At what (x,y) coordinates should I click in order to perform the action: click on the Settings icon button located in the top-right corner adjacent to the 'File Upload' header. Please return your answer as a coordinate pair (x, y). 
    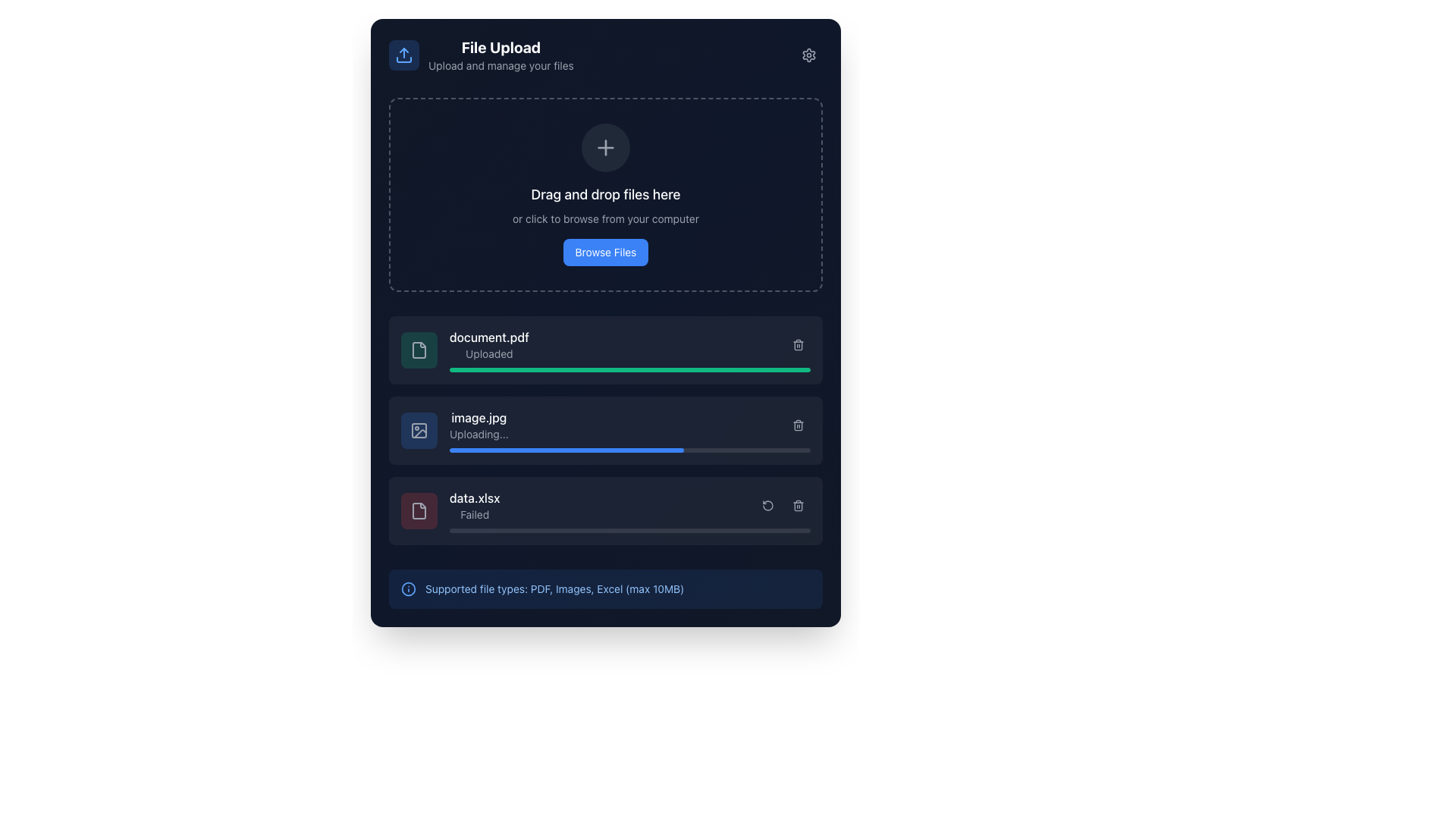
    Looking at the image, I should click on (808, 55).